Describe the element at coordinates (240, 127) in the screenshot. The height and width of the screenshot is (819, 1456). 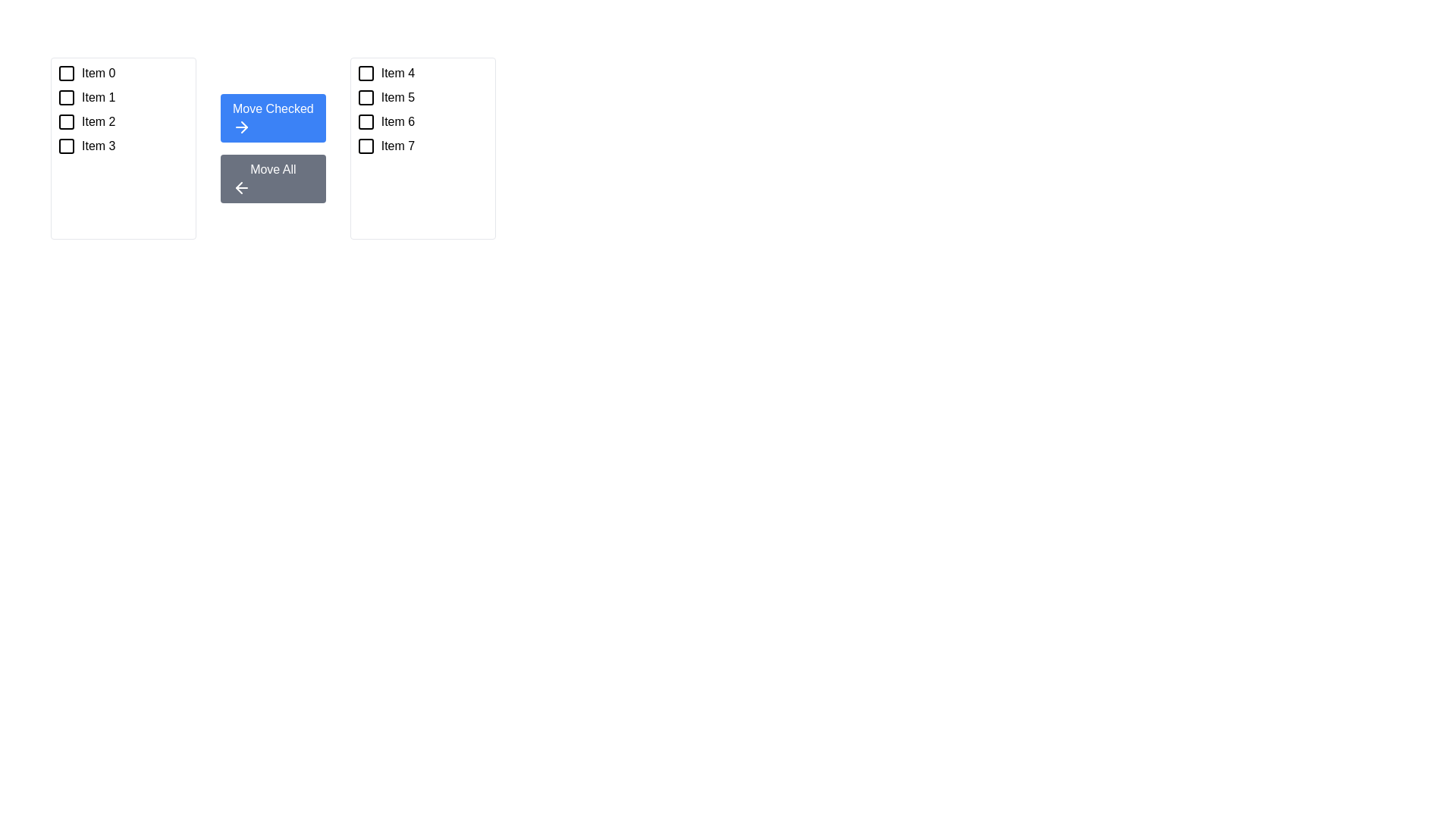
I see `the right-oriented arrow icon located in the center of the blue button labeled 'Move Checked'` at that location.